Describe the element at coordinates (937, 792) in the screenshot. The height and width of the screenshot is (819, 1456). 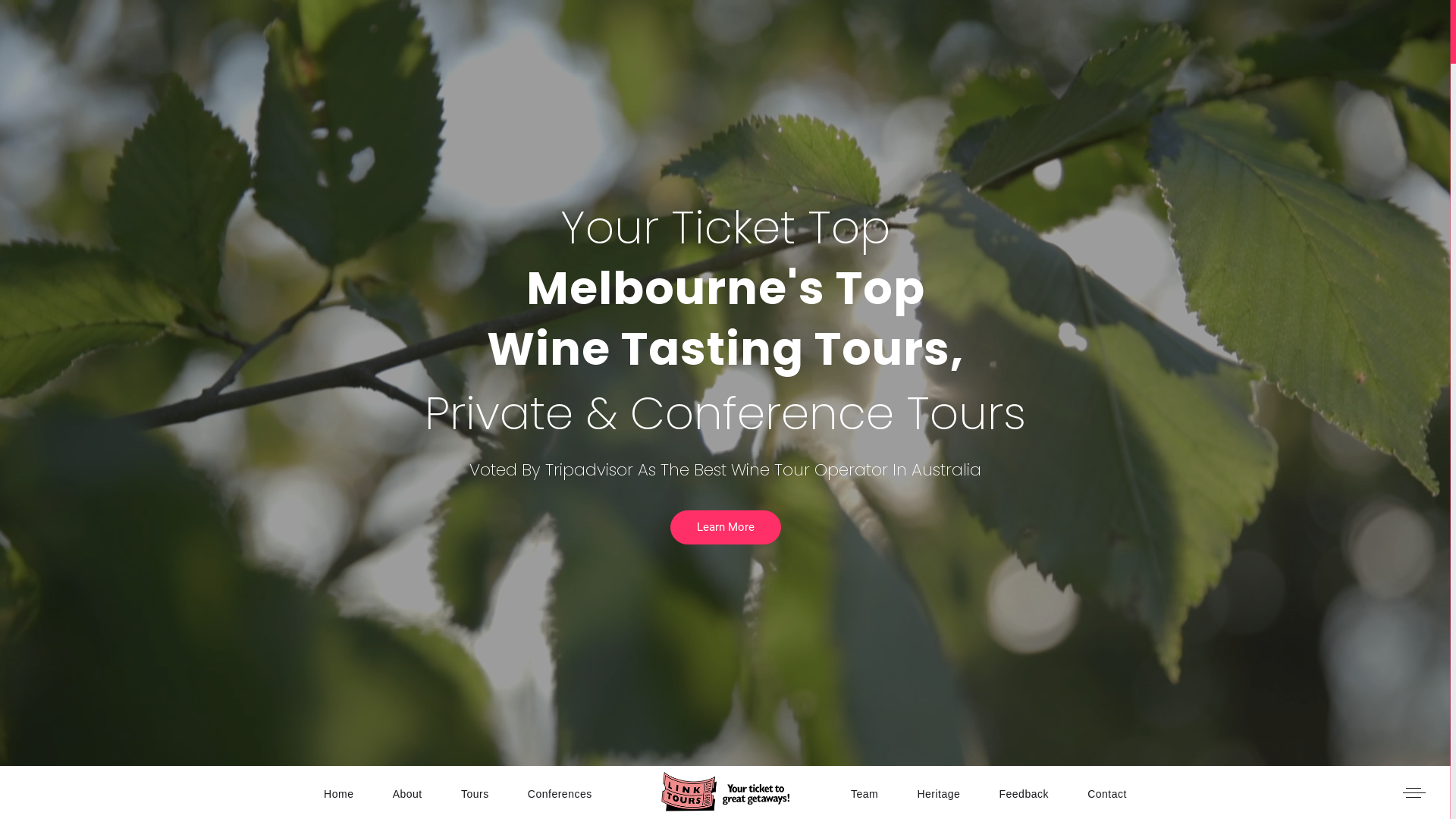
I see `'Heritage'` at that location.